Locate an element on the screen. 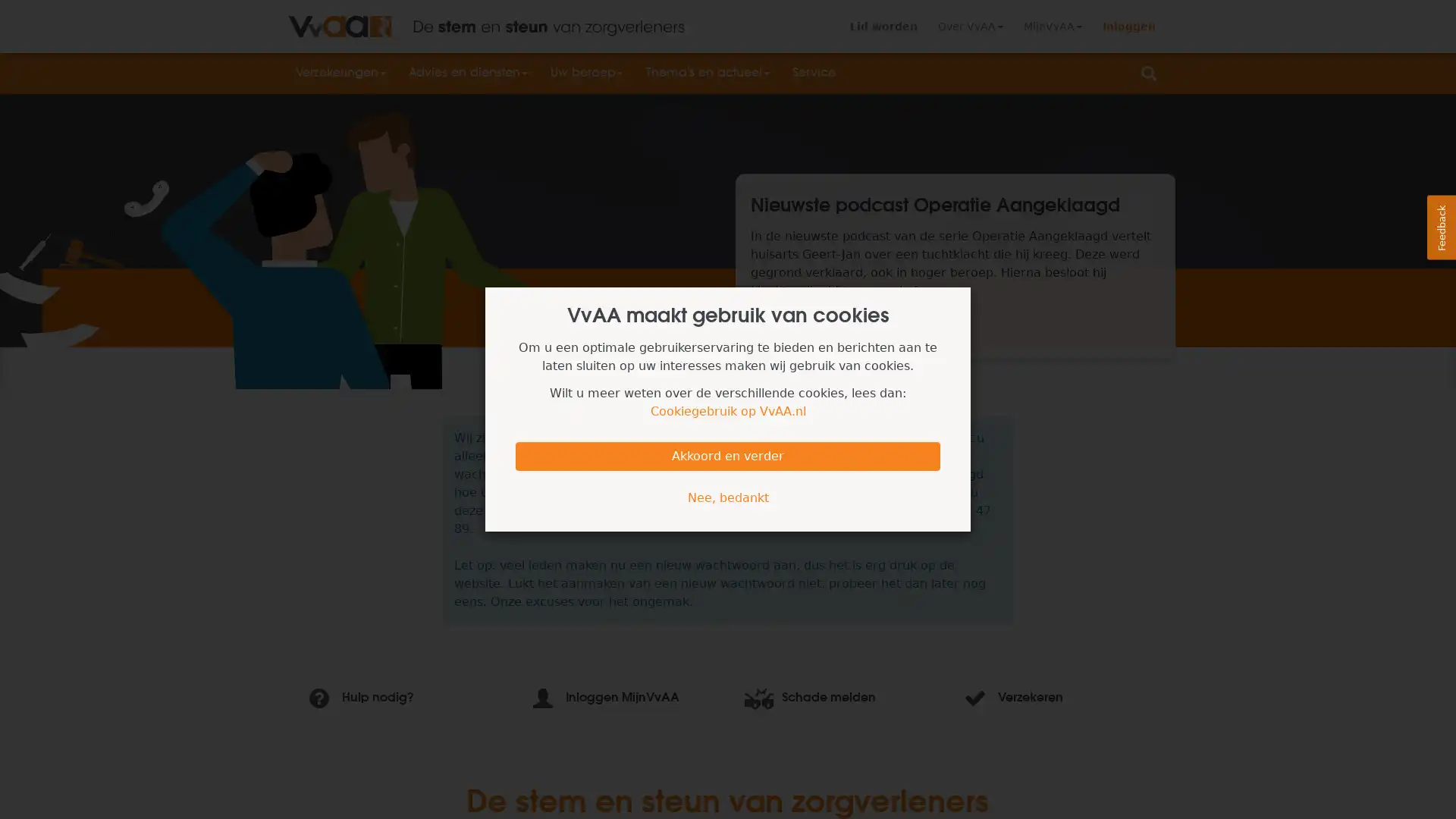 This screenshot has width=1456, height=819. Akkoord en verder is located at coordinates (728, 455).